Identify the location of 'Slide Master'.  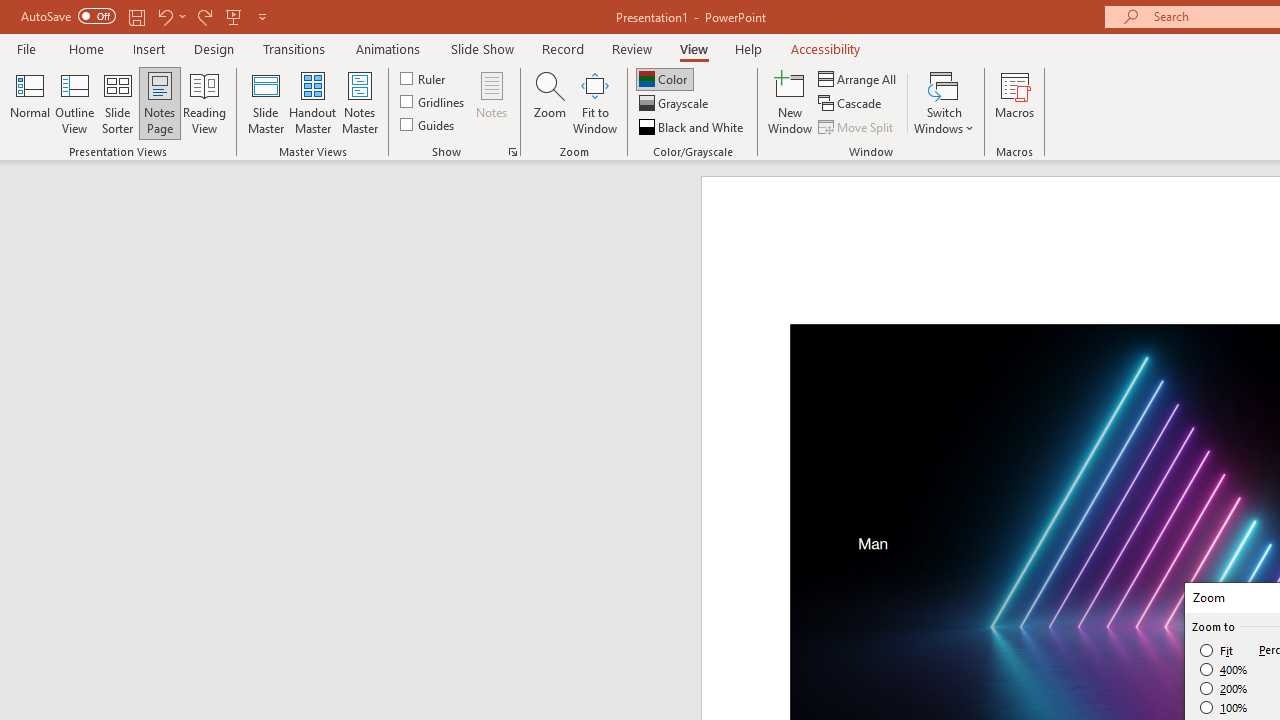
(264, 103).